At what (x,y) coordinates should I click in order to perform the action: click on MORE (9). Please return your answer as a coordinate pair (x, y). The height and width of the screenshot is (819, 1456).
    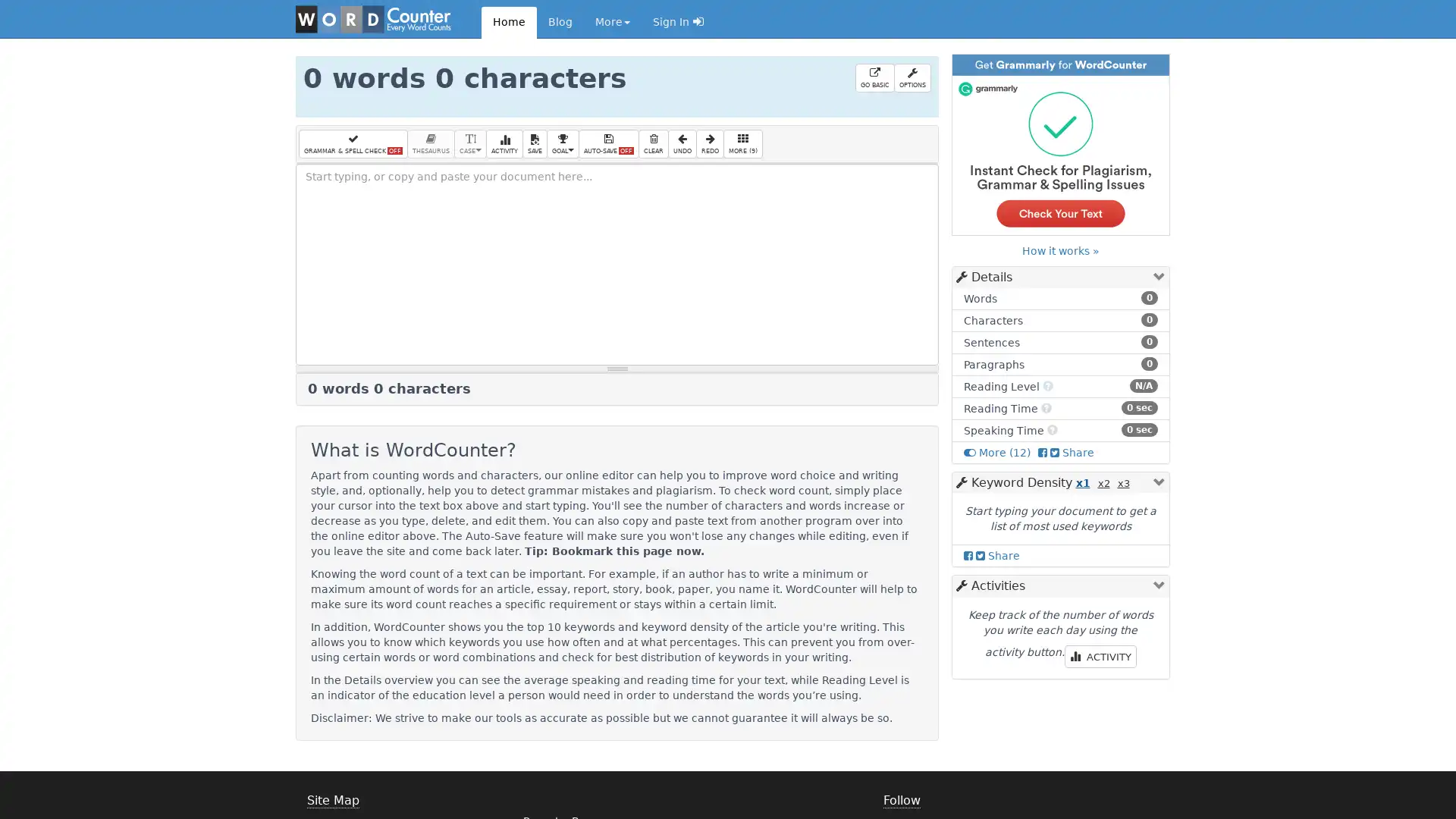
    Looking at the image, I should click on (742, 143).